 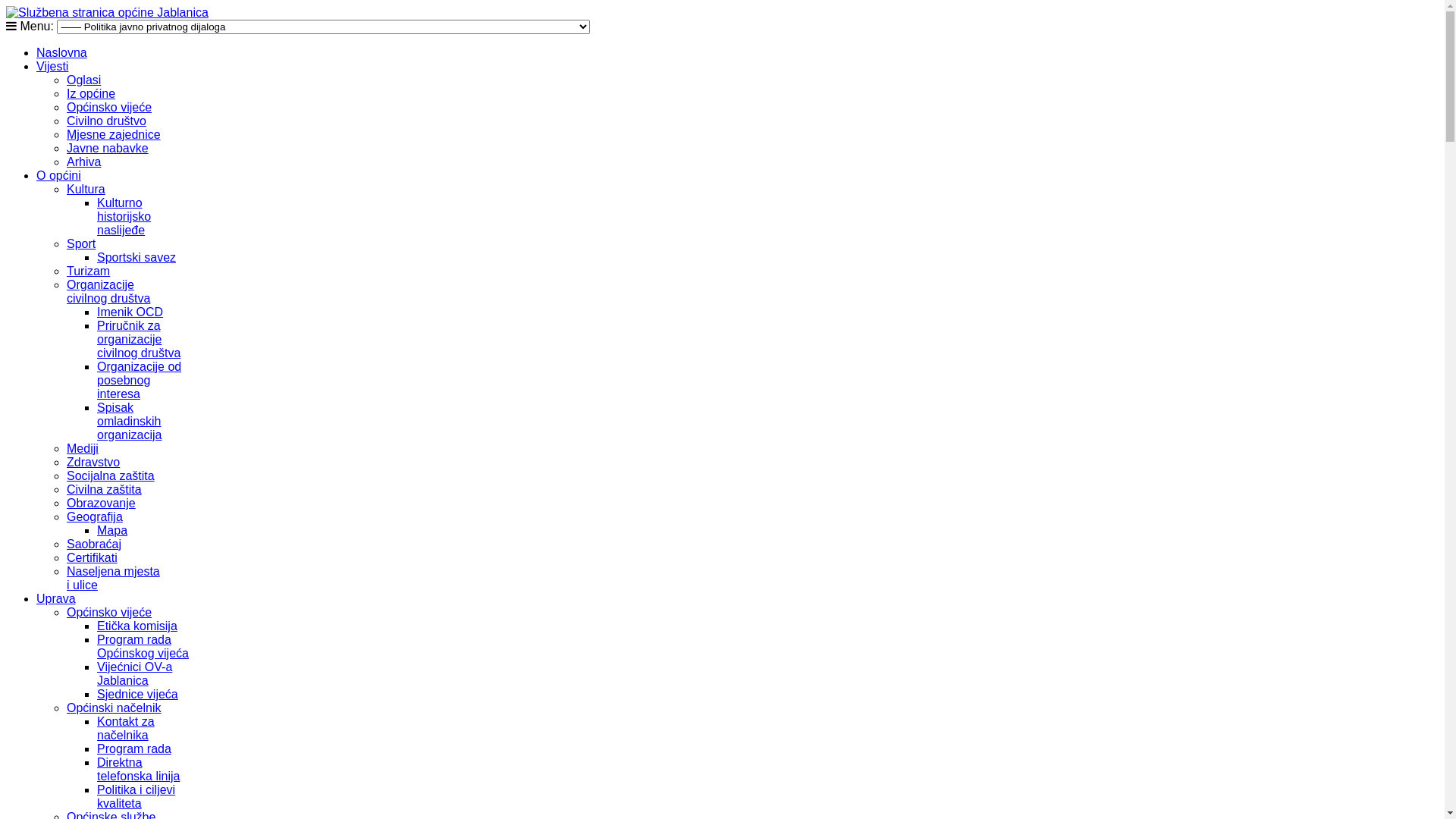 I want to click on 'Certifikati', so click(x=91, y=557).